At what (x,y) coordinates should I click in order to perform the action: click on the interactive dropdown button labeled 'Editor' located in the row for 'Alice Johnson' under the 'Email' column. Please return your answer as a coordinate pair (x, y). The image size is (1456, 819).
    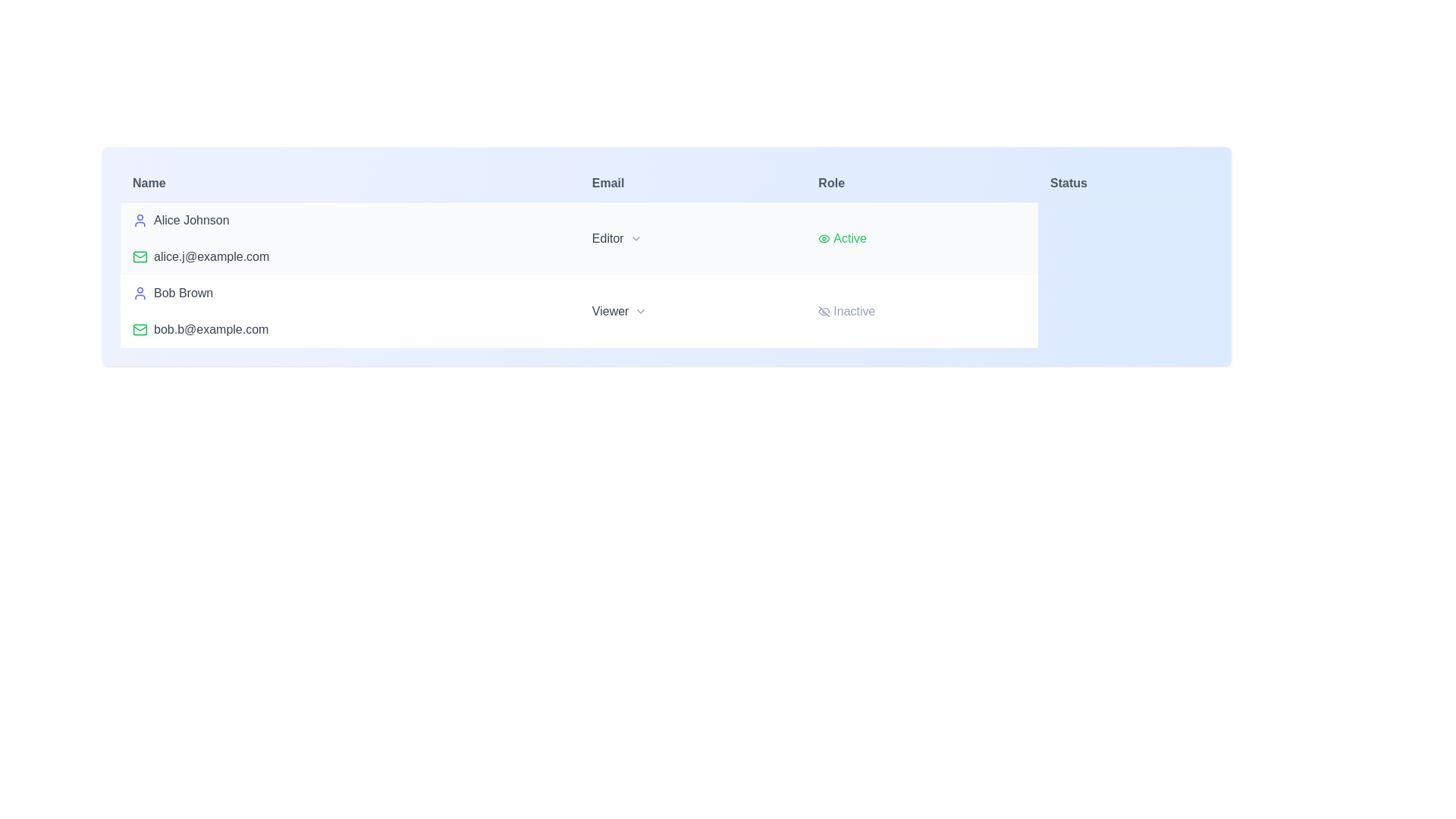
    Looking at the image, I should click on (692, 238).